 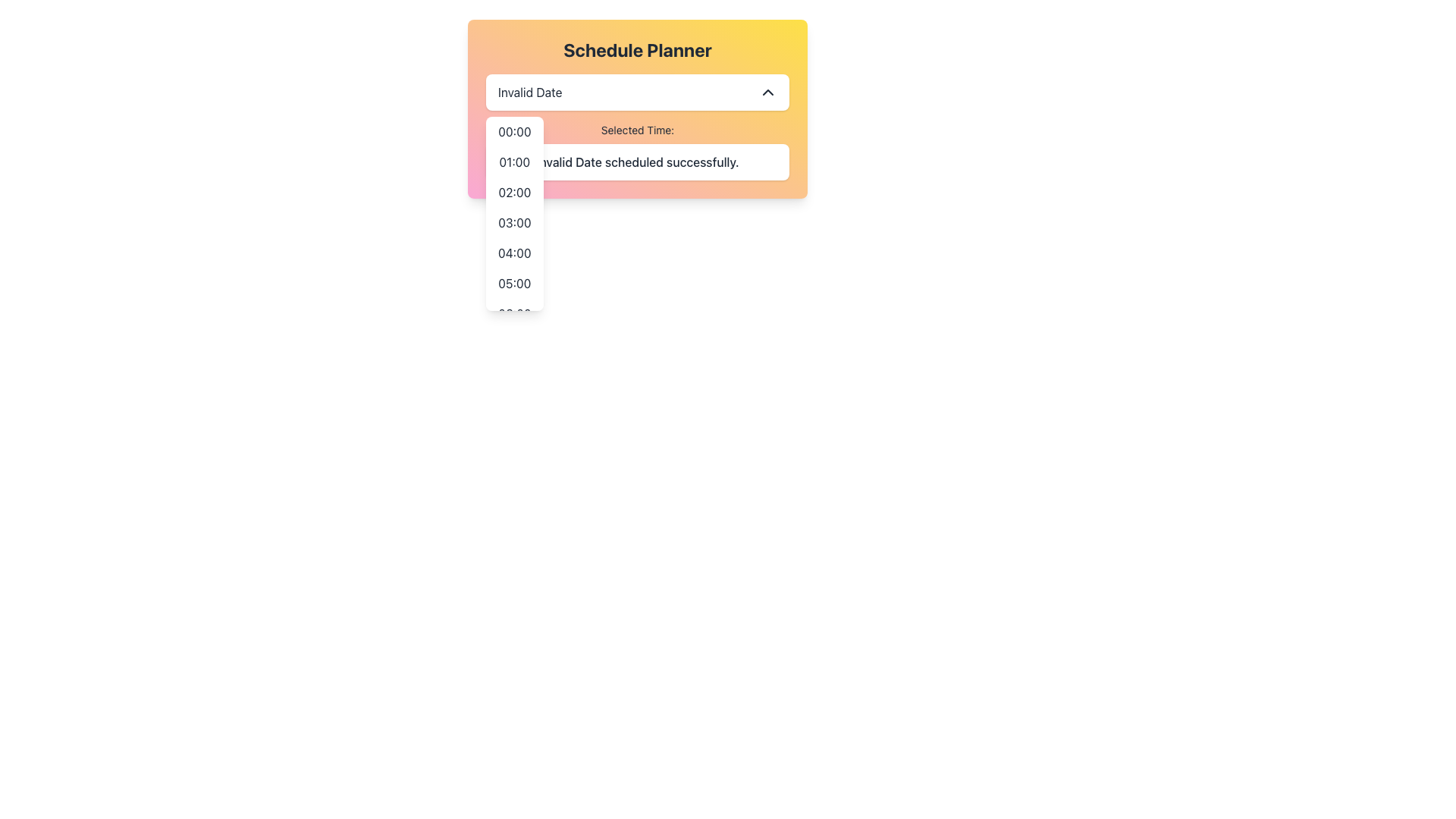 What do you see at coordinates (514, 222) in the screenshot?
I see `the list item displaying '03:00' in the dropdown menu` at bounding box center [514, 222].